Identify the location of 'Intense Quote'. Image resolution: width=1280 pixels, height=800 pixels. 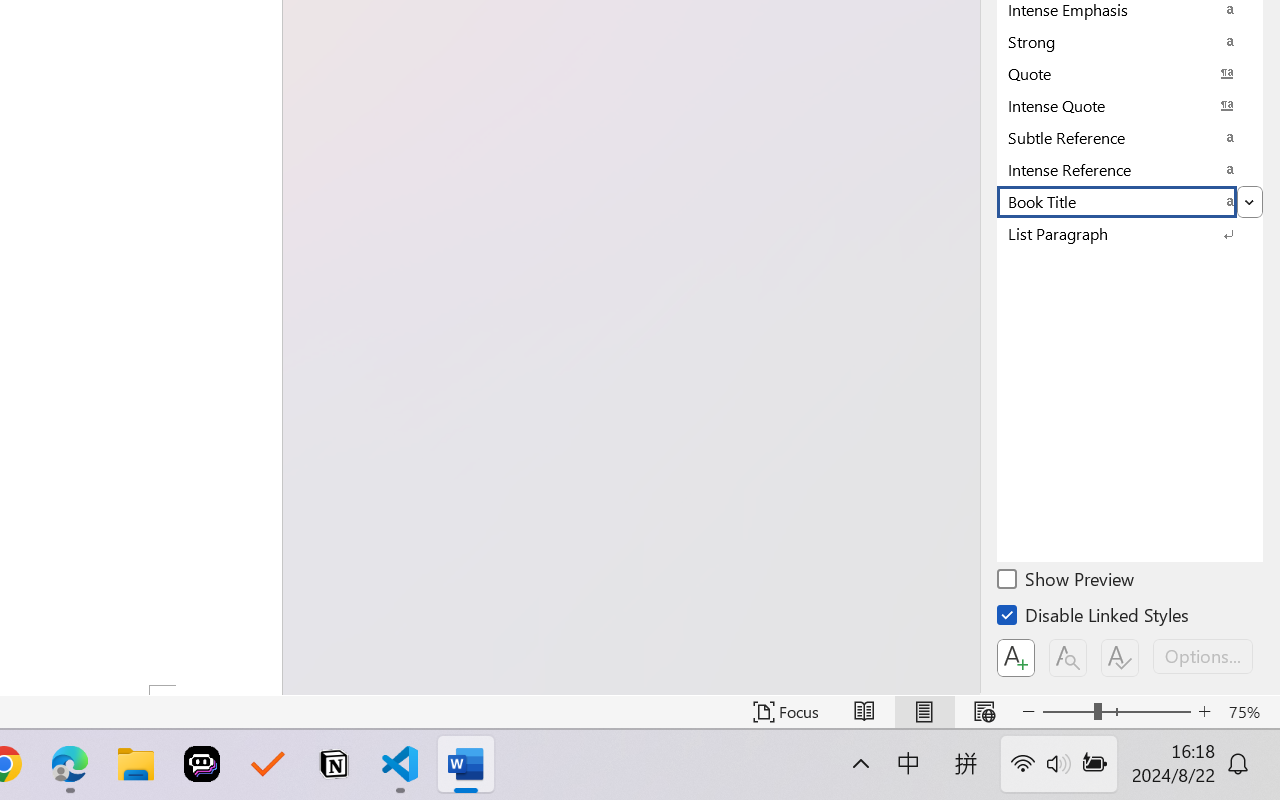
(1130, 104).